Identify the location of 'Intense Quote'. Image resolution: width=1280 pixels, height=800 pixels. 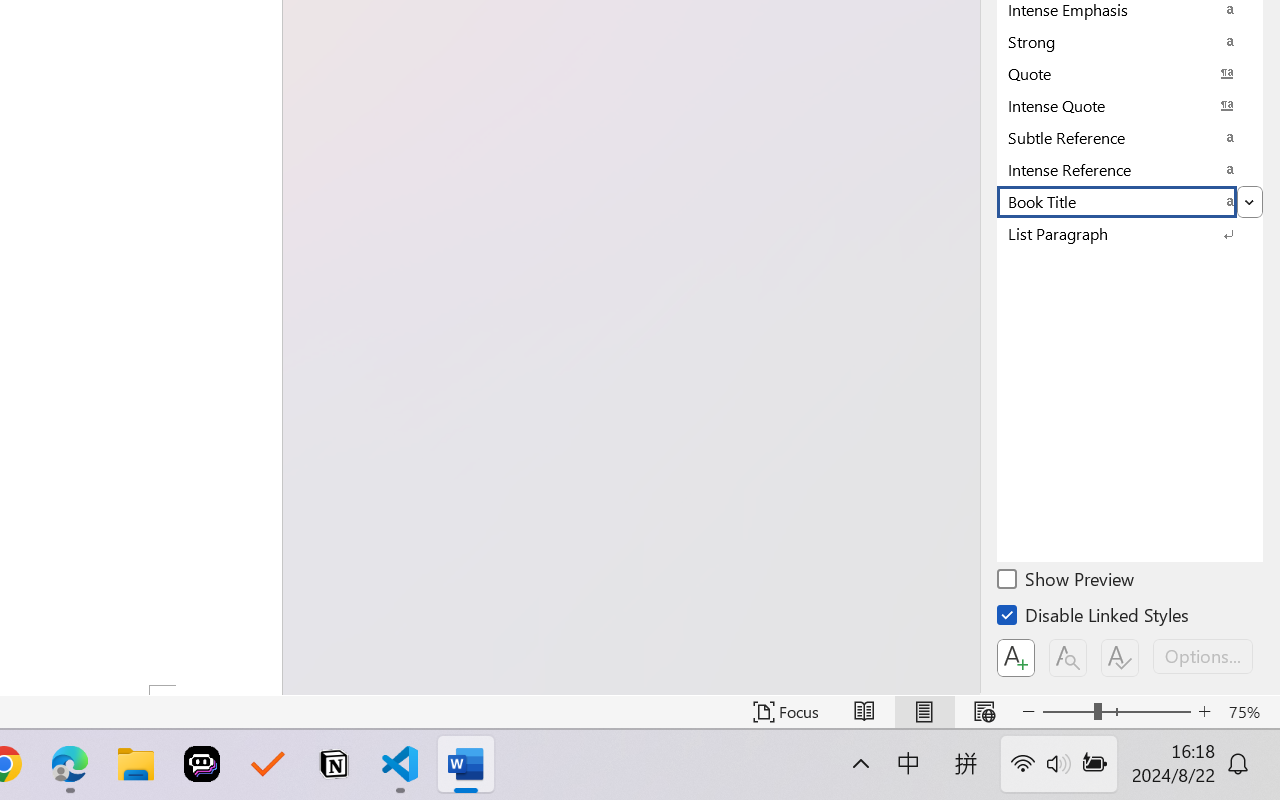
(1130, 104).